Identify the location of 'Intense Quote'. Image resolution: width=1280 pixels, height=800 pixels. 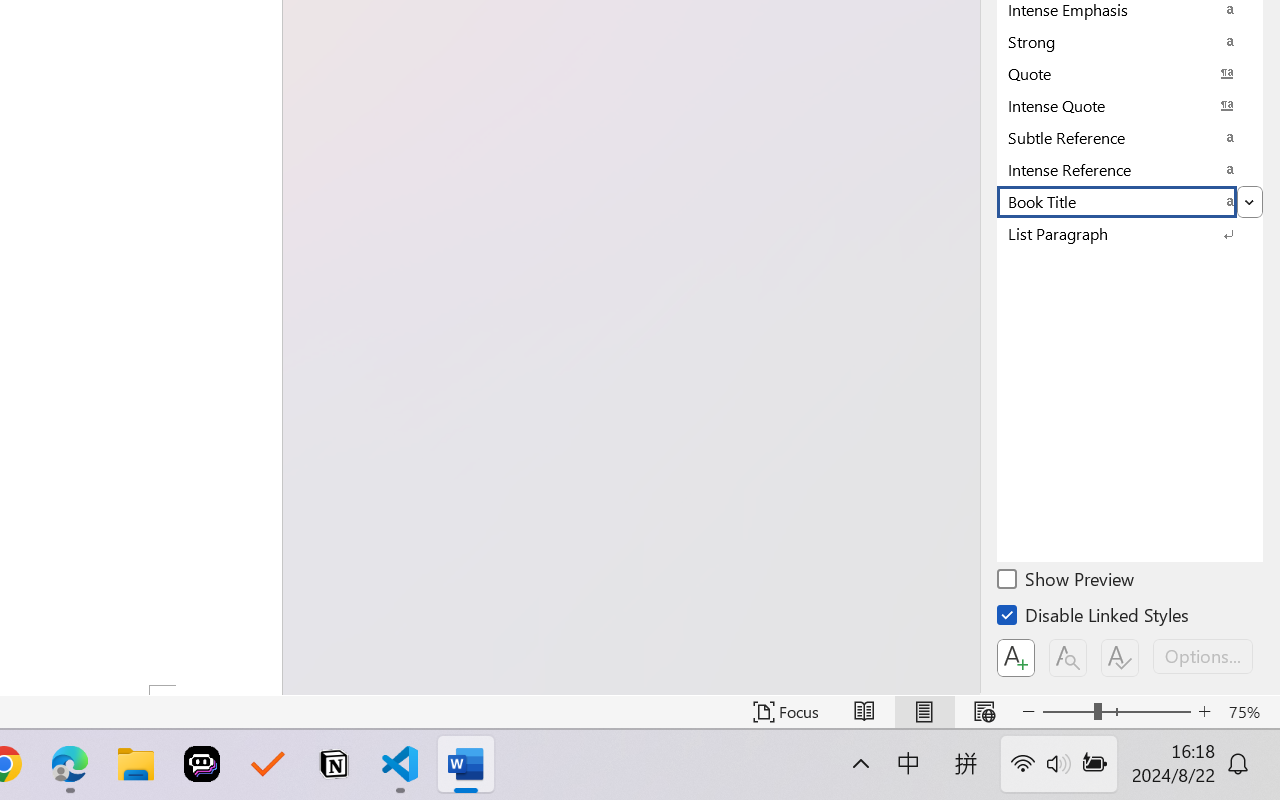
(1130, 104).